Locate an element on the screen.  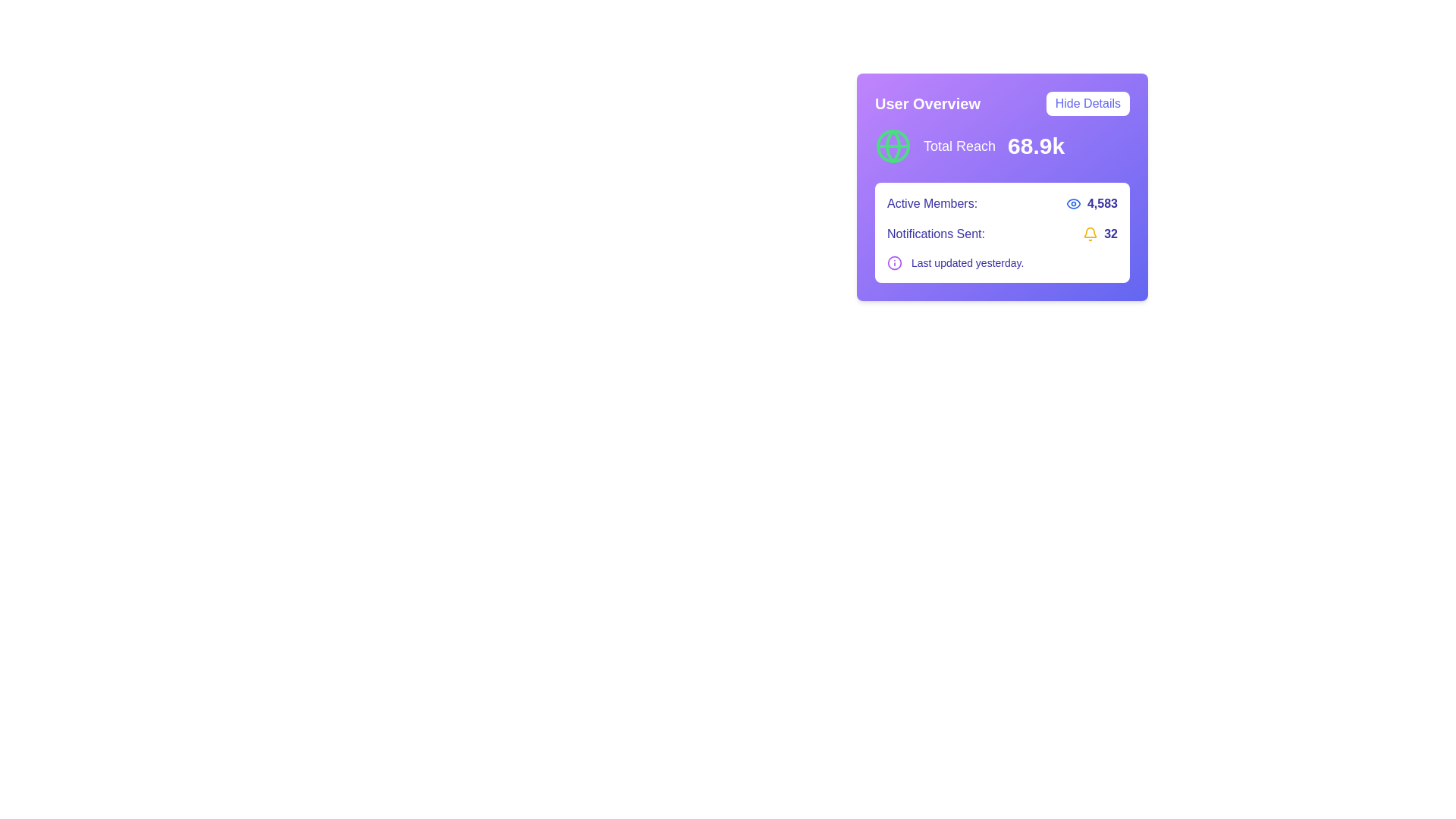
the static text label displaying the number of active members, which is located to the right of the eye icon in the 'Active Members:' row of the summary card is located at coordinates (1103, 203).